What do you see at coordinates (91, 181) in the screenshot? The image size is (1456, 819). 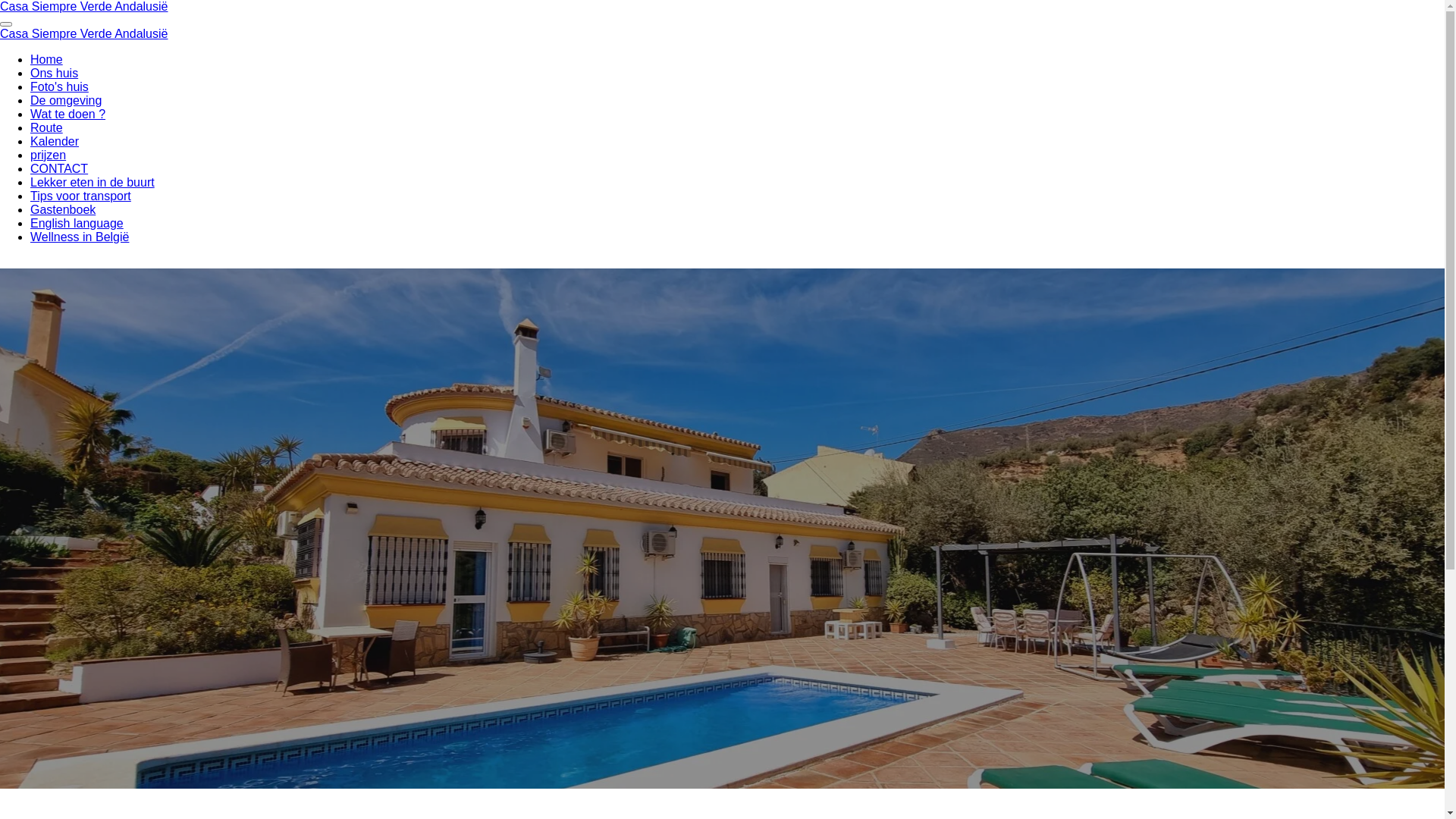 I see `'Lekker eten in de buurt'` at bounding box center [91, 181].